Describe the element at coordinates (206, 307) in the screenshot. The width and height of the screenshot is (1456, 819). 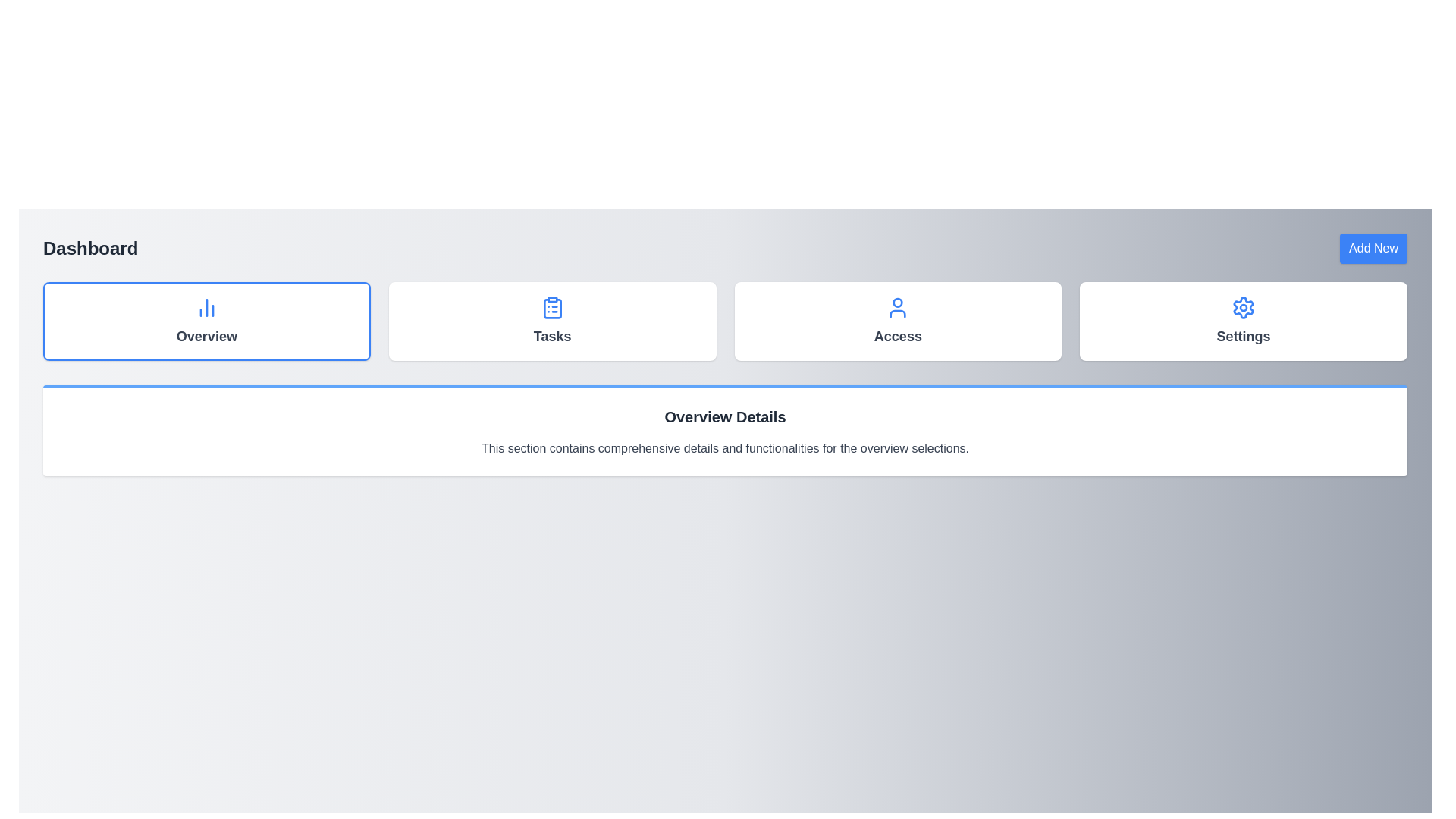
I see `the icon representing the 'Overview' section` at that location.